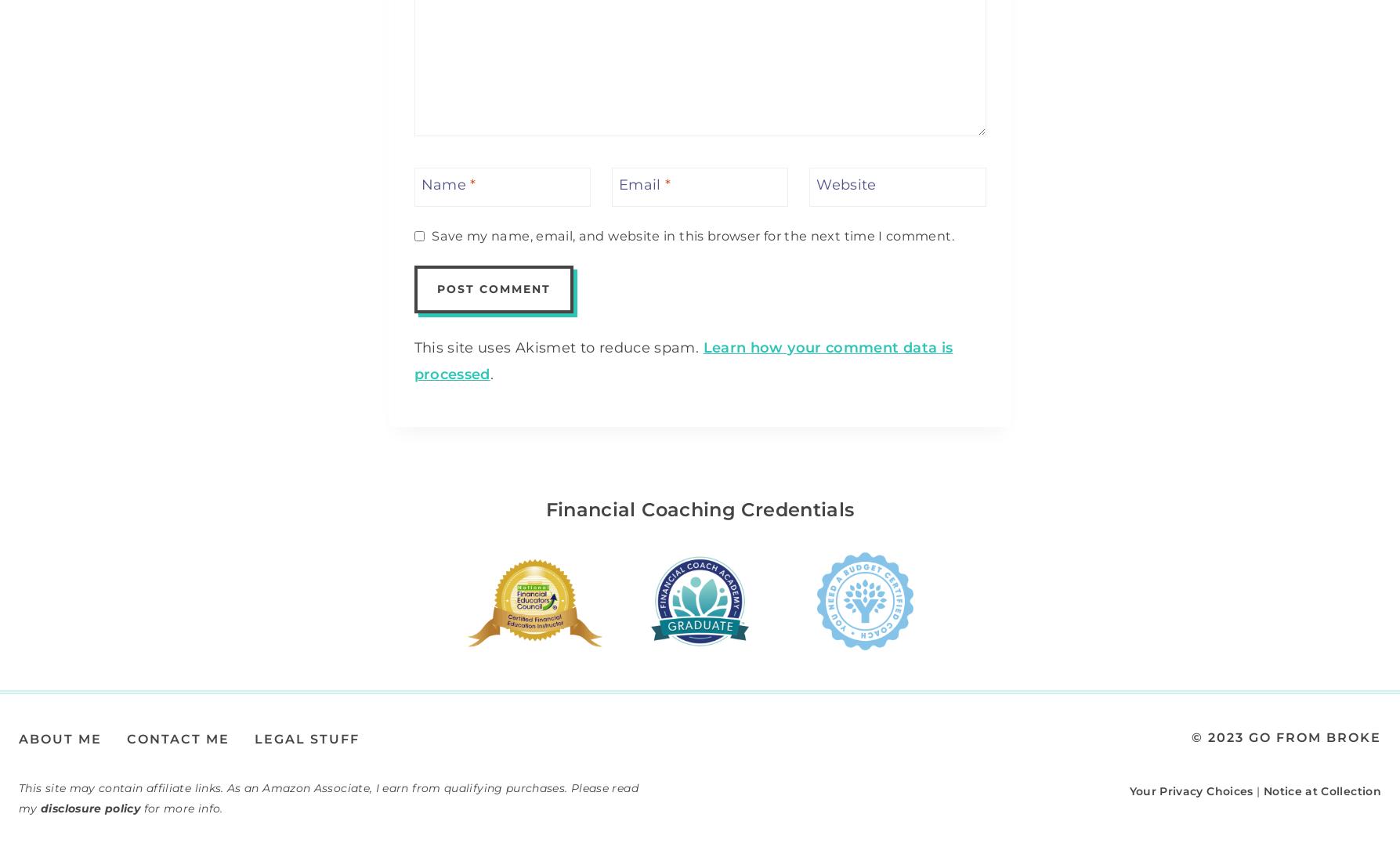 The width and height of the screenshot is (1400, 843). Describe the element at coordinates (177, 739) in the screenshot. I see `'Contact Me'` at that location.